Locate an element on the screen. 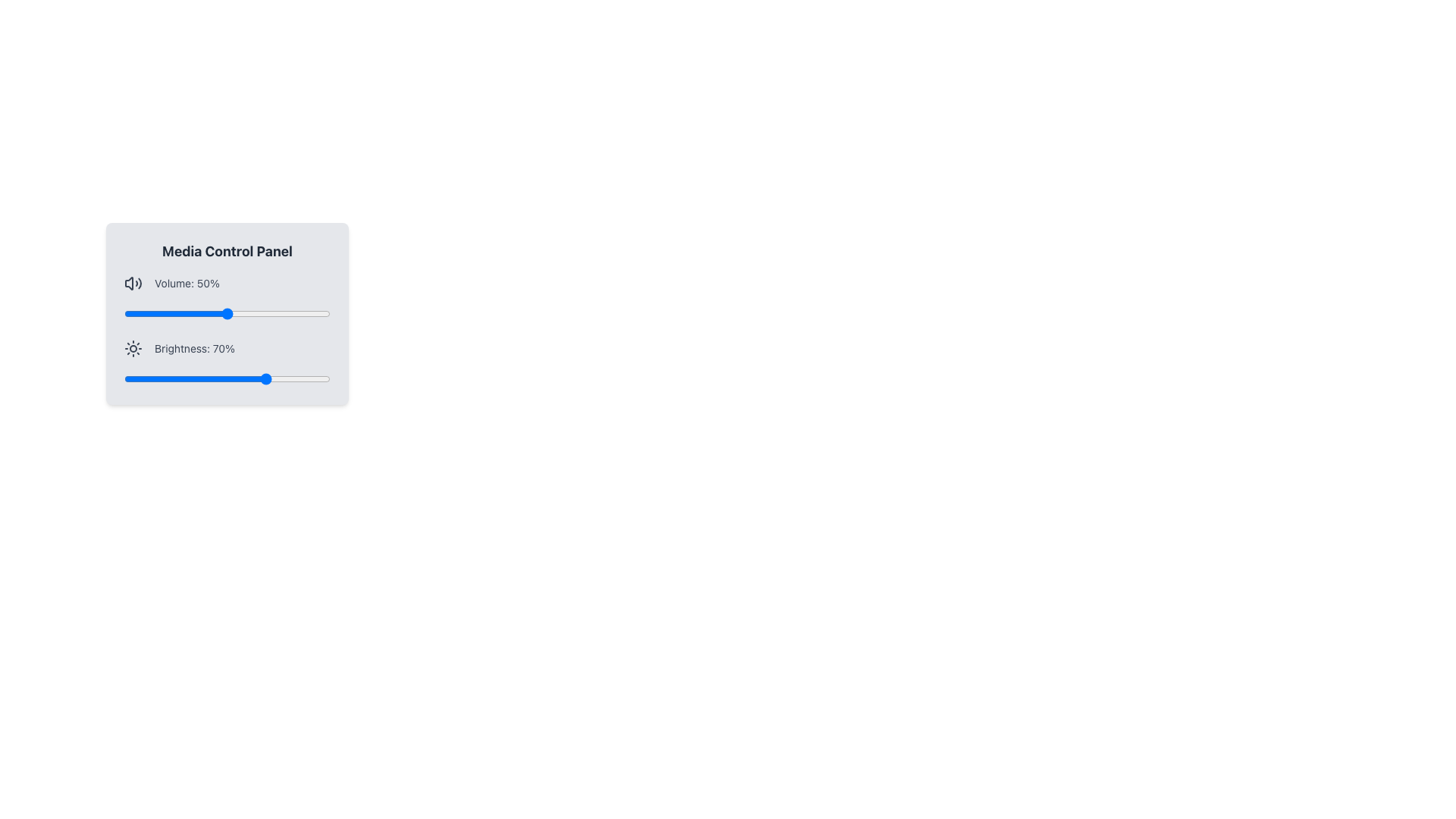 The image size is (1456, 819). the slider value is located at coordinates (174, 312).